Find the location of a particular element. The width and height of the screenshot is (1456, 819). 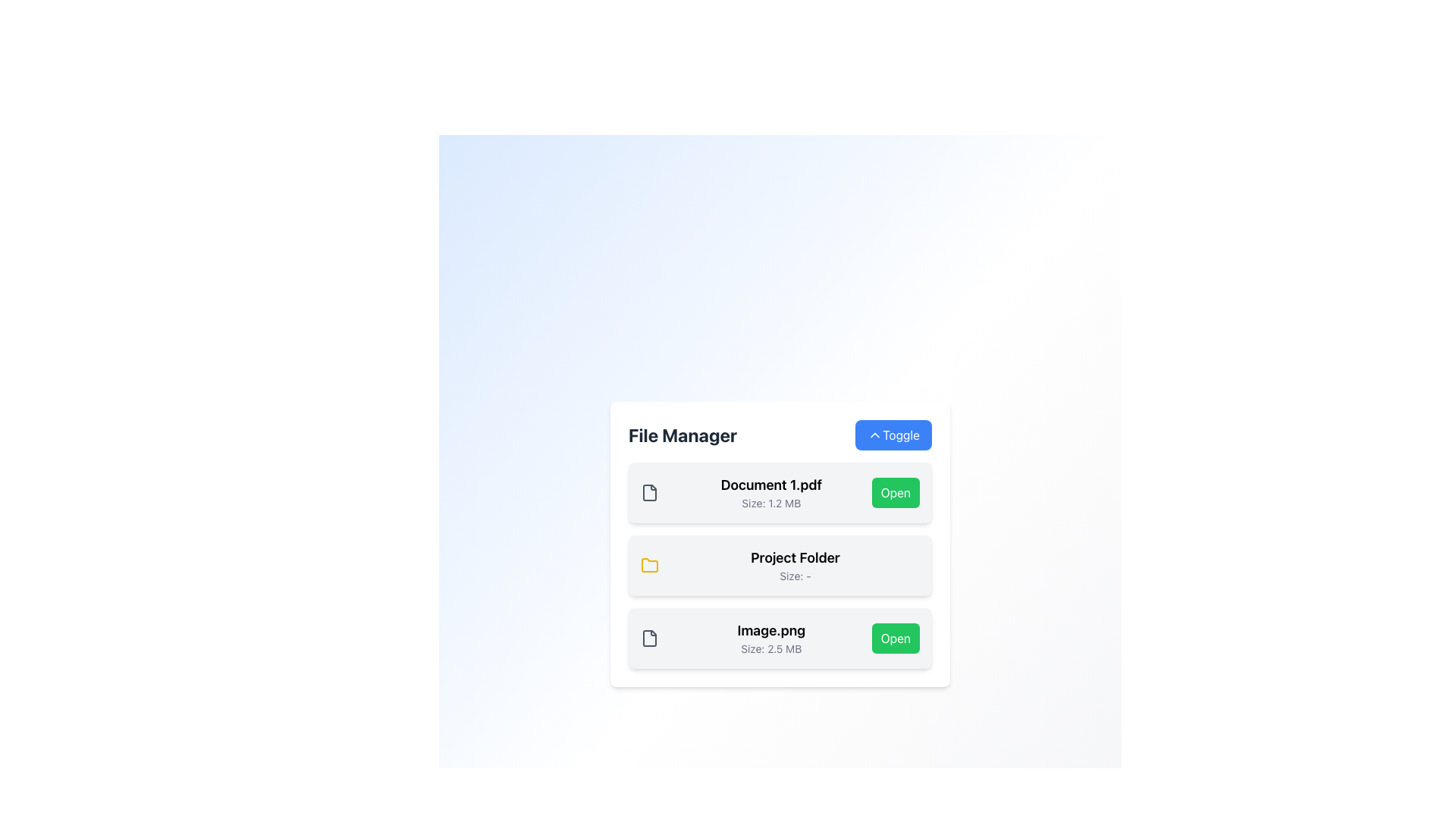

the 'Project Folder' list item in the file manager interface, which features a folder icon on the left and a bold title is located at coordinates (780, 565).